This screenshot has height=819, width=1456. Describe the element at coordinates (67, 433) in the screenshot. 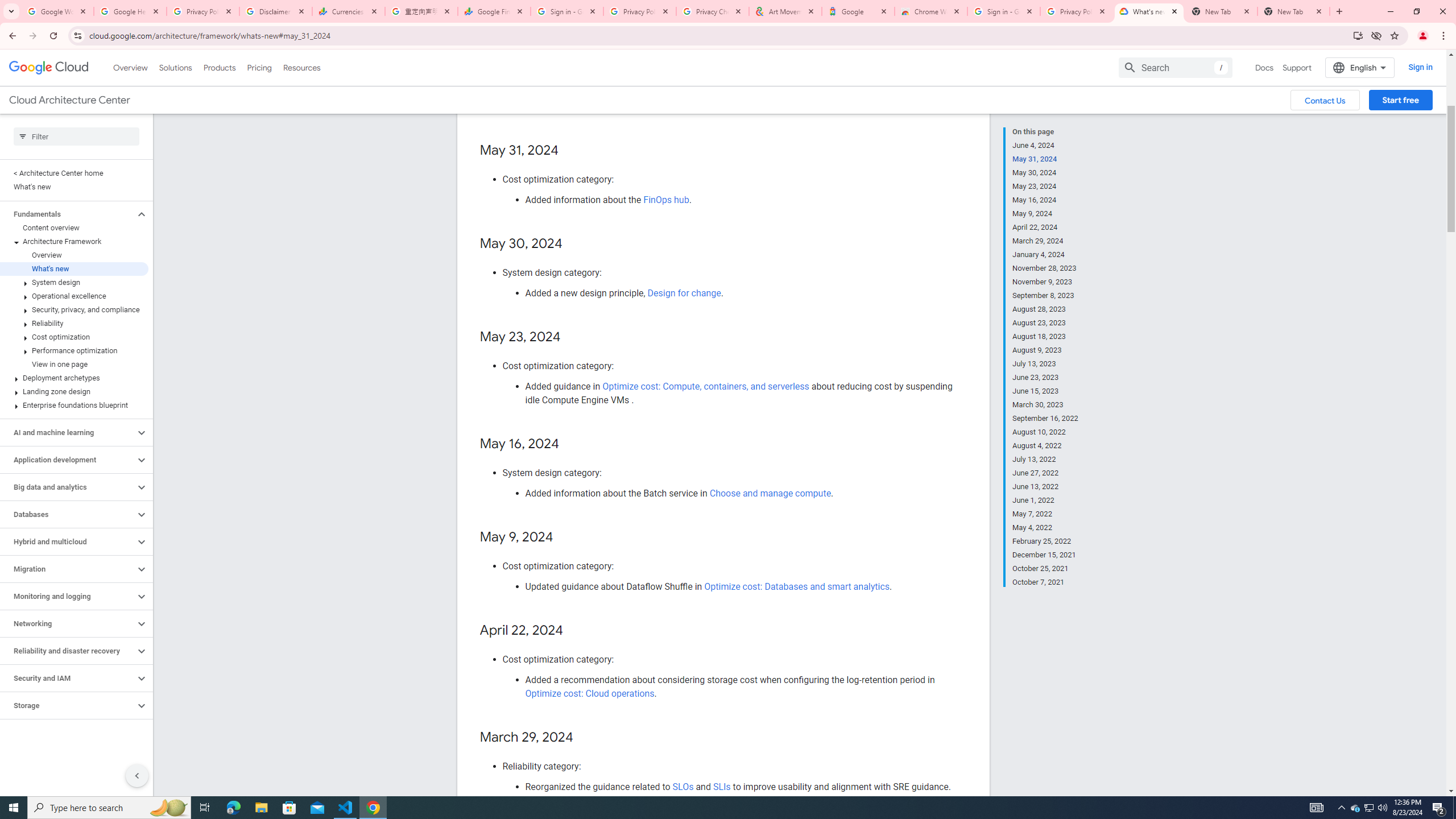

I see `'AI and machine learning'` at that location.